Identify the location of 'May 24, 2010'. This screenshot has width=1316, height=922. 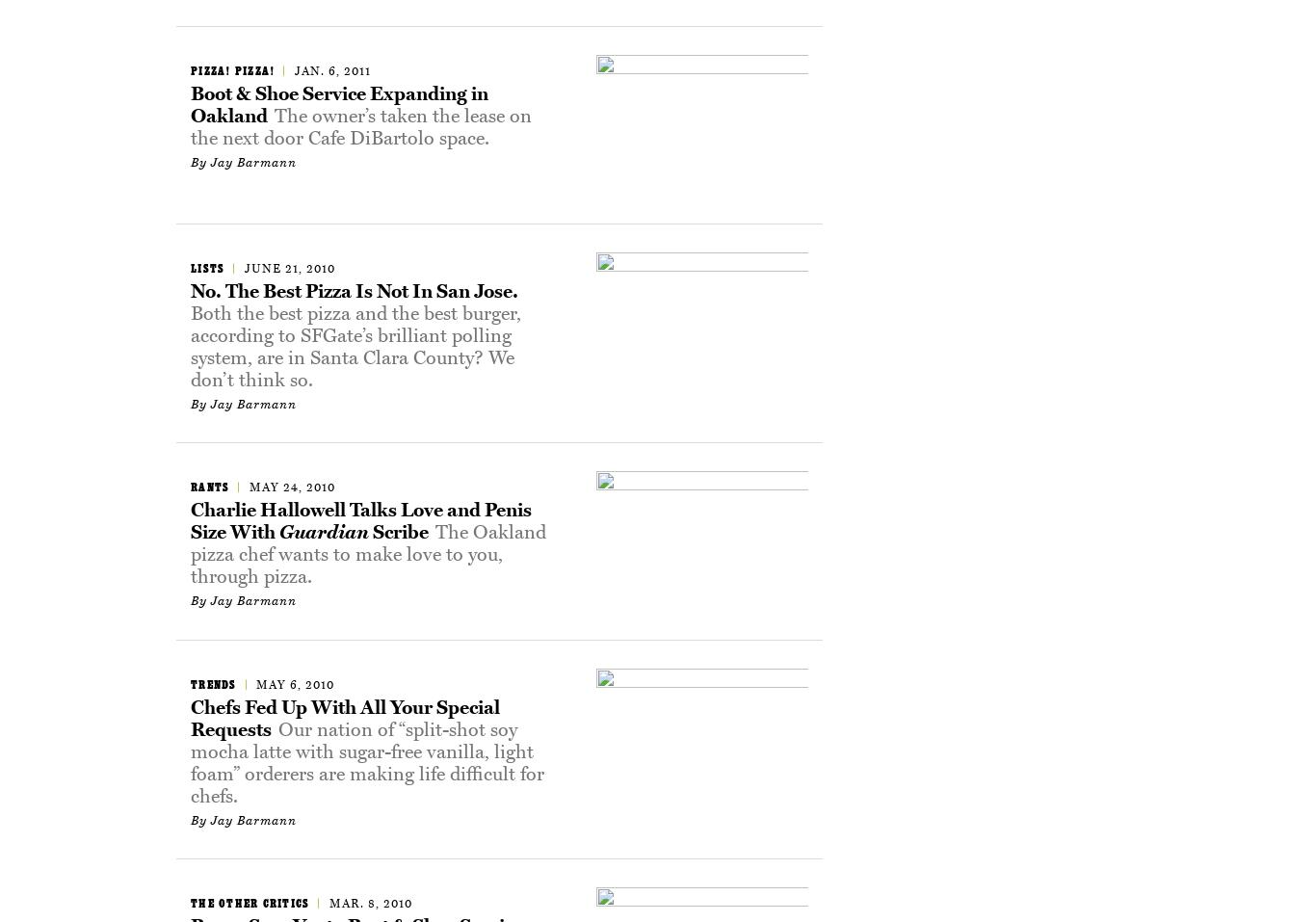
(291, 487).